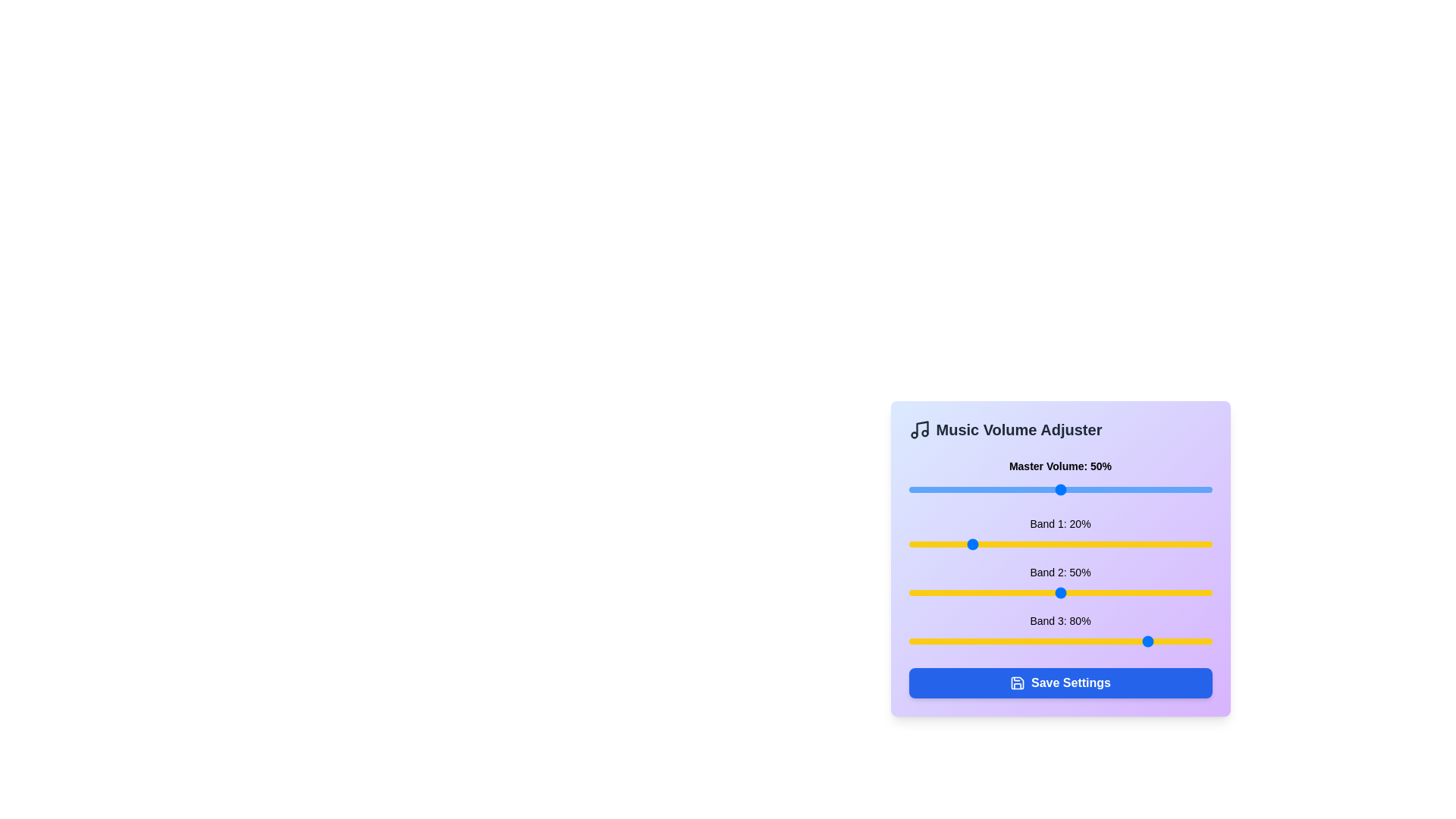  What do you see at coordinates (1018, 683) in the screenshot?
I see `the save icon, which is a small outlined floppy disk, located to the left of the 'Save Settings' text at the bottom center of the panel` at bounding box center [1018, 683].